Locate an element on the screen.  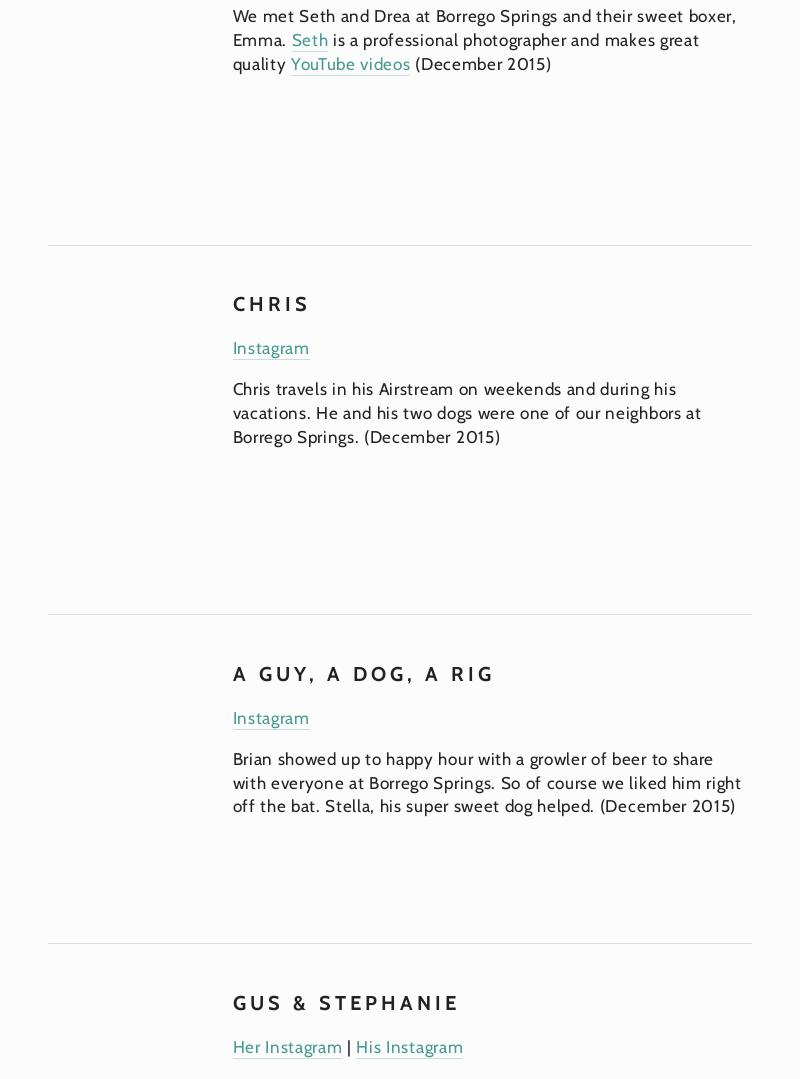
'Chris' is located at coordinates (270, 302).